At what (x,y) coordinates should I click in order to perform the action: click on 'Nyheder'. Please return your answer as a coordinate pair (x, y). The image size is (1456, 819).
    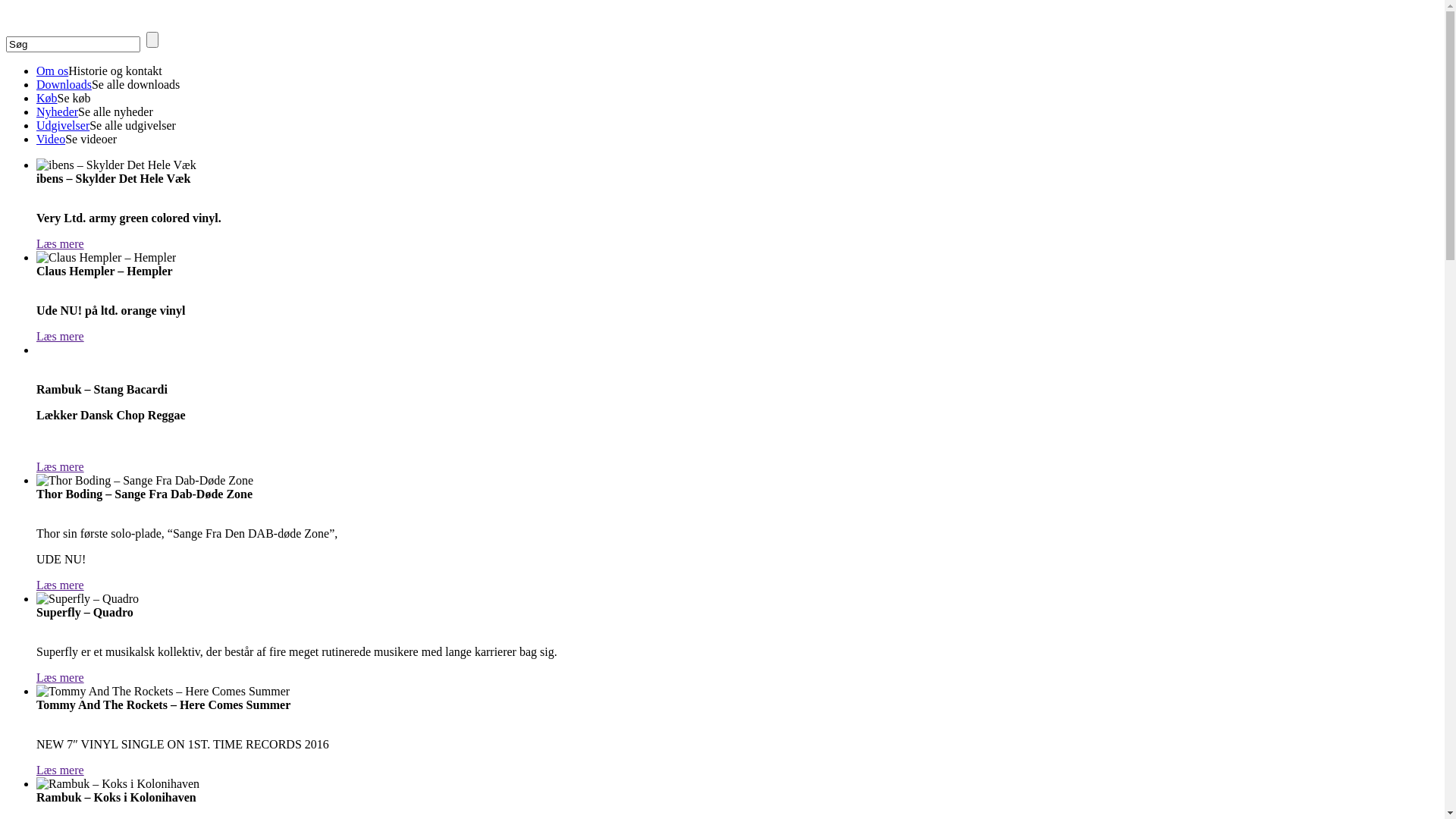
    Looking at the image, I should click on (36, 111).